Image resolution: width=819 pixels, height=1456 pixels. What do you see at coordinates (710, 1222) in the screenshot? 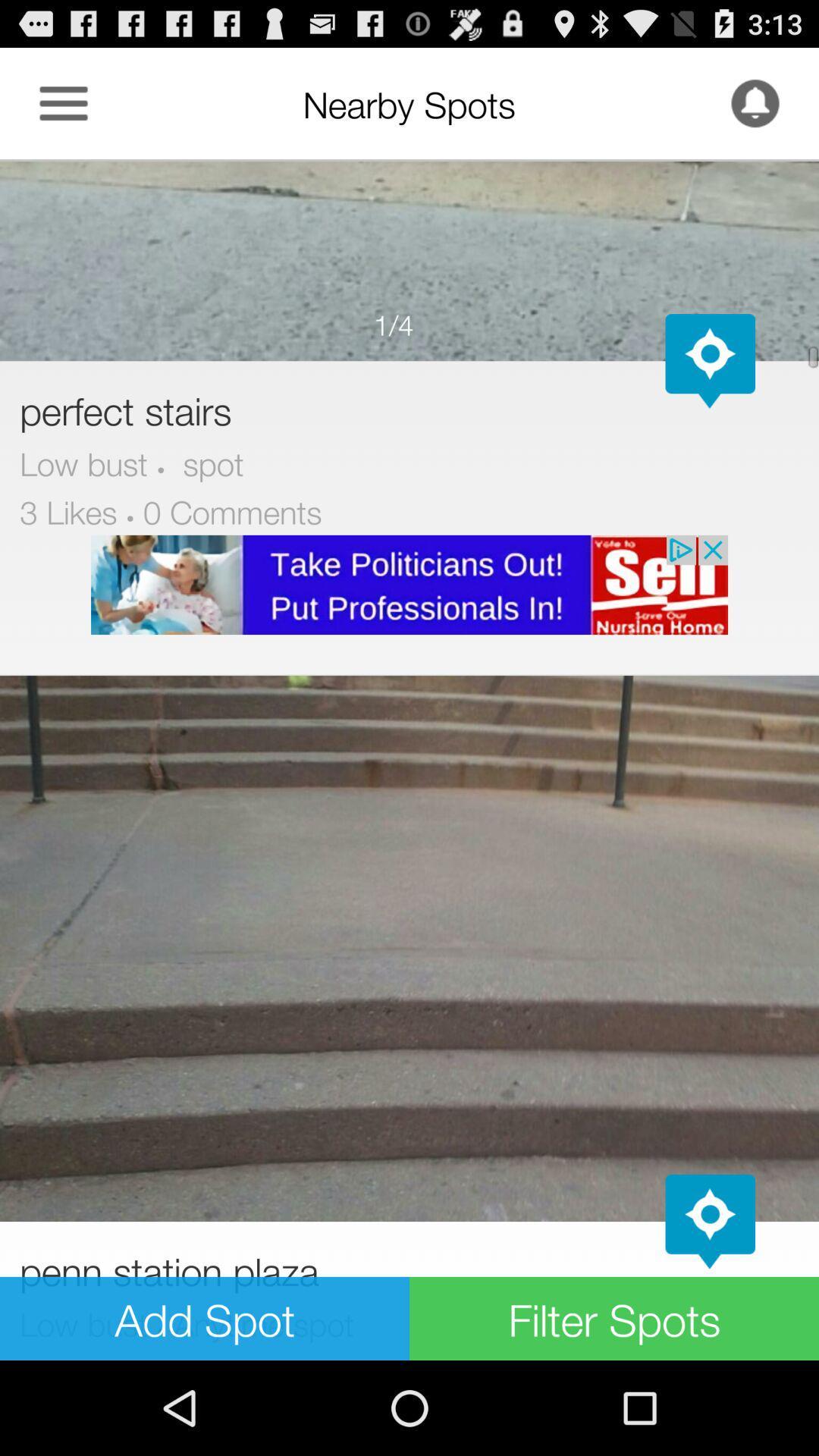
I see `this would tag the address using gps` at bounding box center [710, 1222].